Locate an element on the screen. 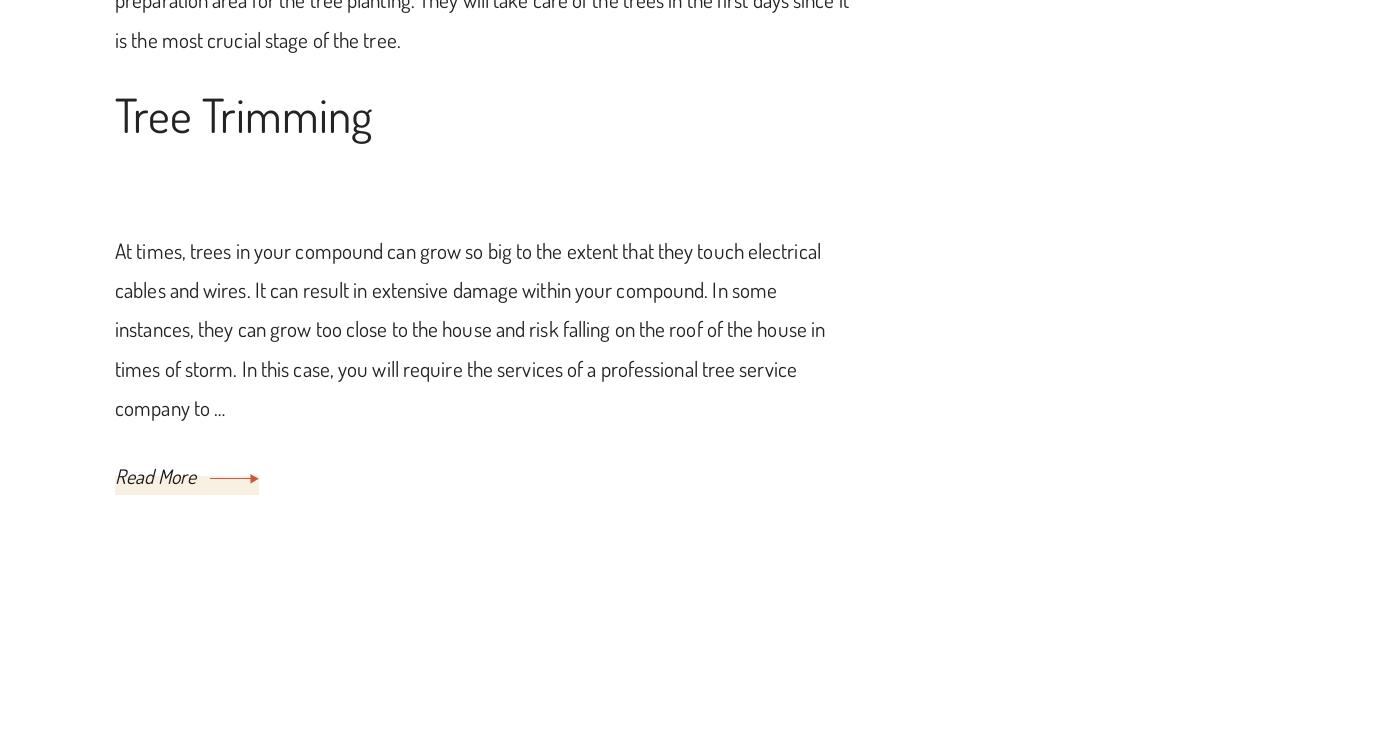  'Fnamoc Homes' is located at coordinates (430, 709).